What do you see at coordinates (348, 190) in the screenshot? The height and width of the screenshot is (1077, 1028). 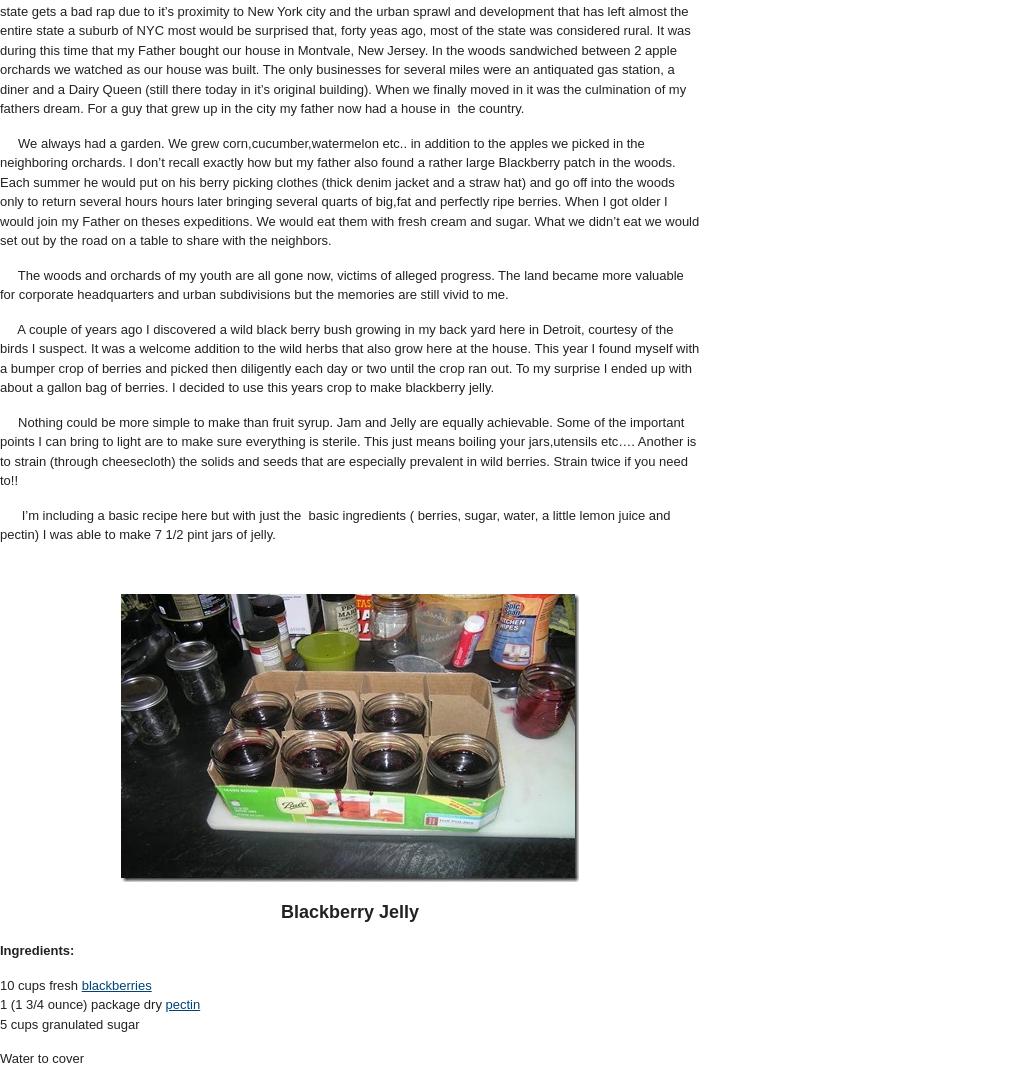 I see `'We always had a garden. We grew corn,cucumber,watermelon etc.. in addition to the apples we picked in the neighboring orchards. I don’t recall exactly how but my father also found a rather large Blackberry patch in the woods. Each summer he would put on his berry picking clothes (thick denim jacket and a straw hat) and go off into the woods only to return several hours hours later bringing several quarts of big,fat and perfectly ripe berries. When I got older I would join my Father on theses expeditions. We would eat them with fresh cream and sugar. What we didn’t eat we would set out by the road on a table to share with the neighbors.'` at bounding box center [348, 190].